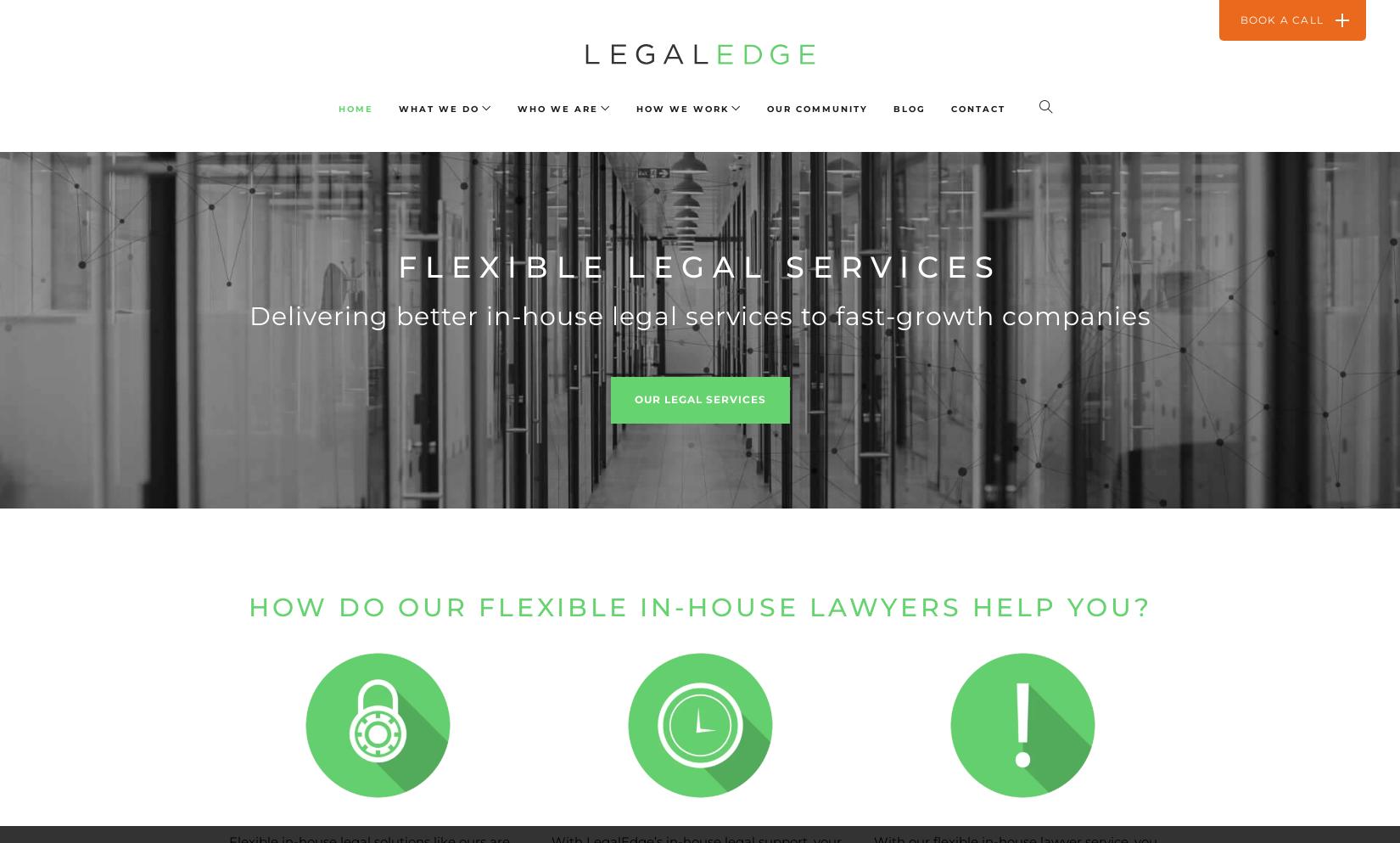  What do you see at coordinates (788, 117) in the screenshot?
I see `'.'` at bounding box center [788, 117].